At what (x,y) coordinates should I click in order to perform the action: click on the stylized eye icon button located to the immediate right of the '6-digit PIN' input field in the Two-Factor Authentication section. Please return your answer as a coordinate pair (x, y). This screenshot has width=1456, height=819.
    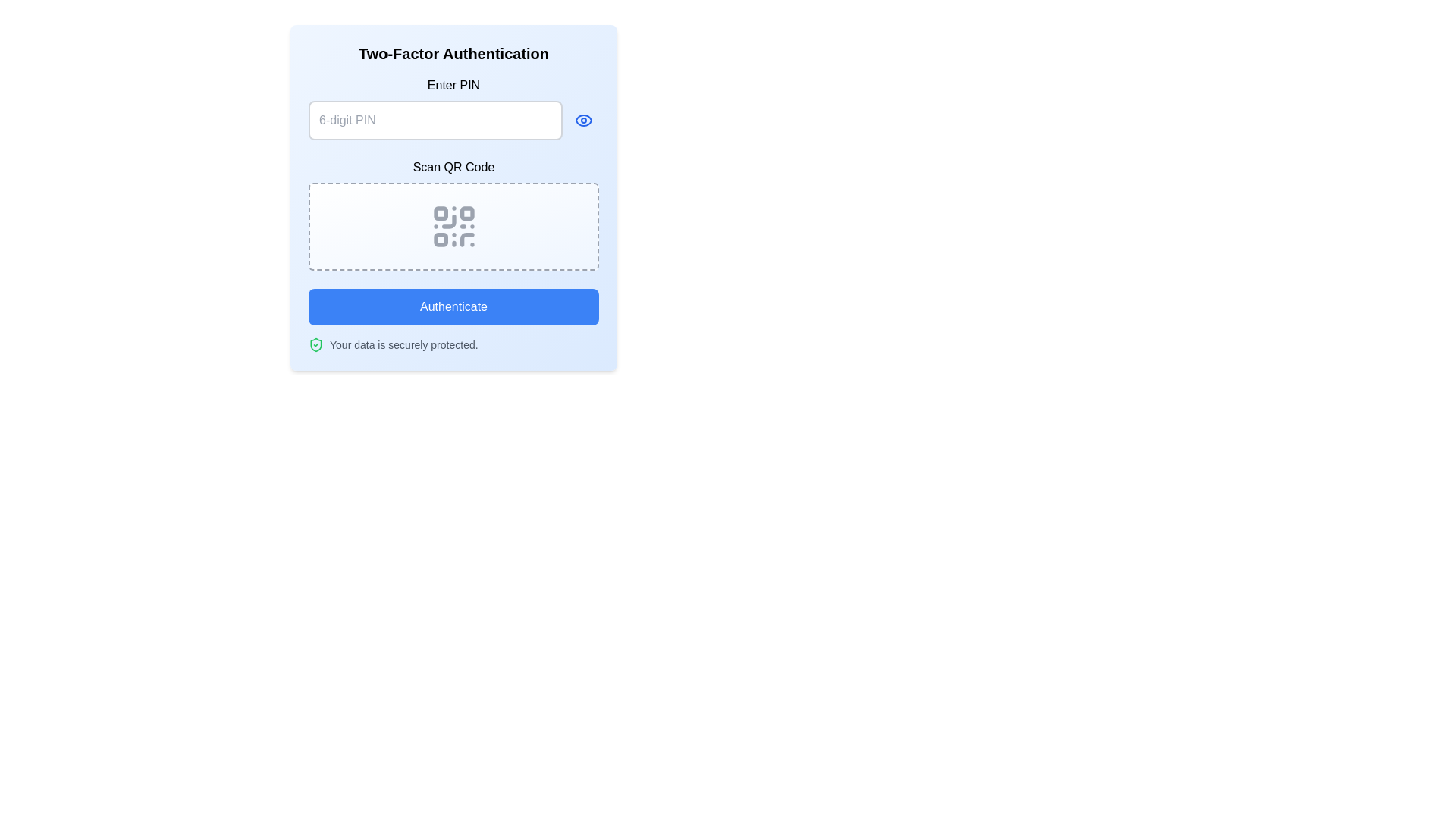
    Looking at the image, I should click on (582, 119).